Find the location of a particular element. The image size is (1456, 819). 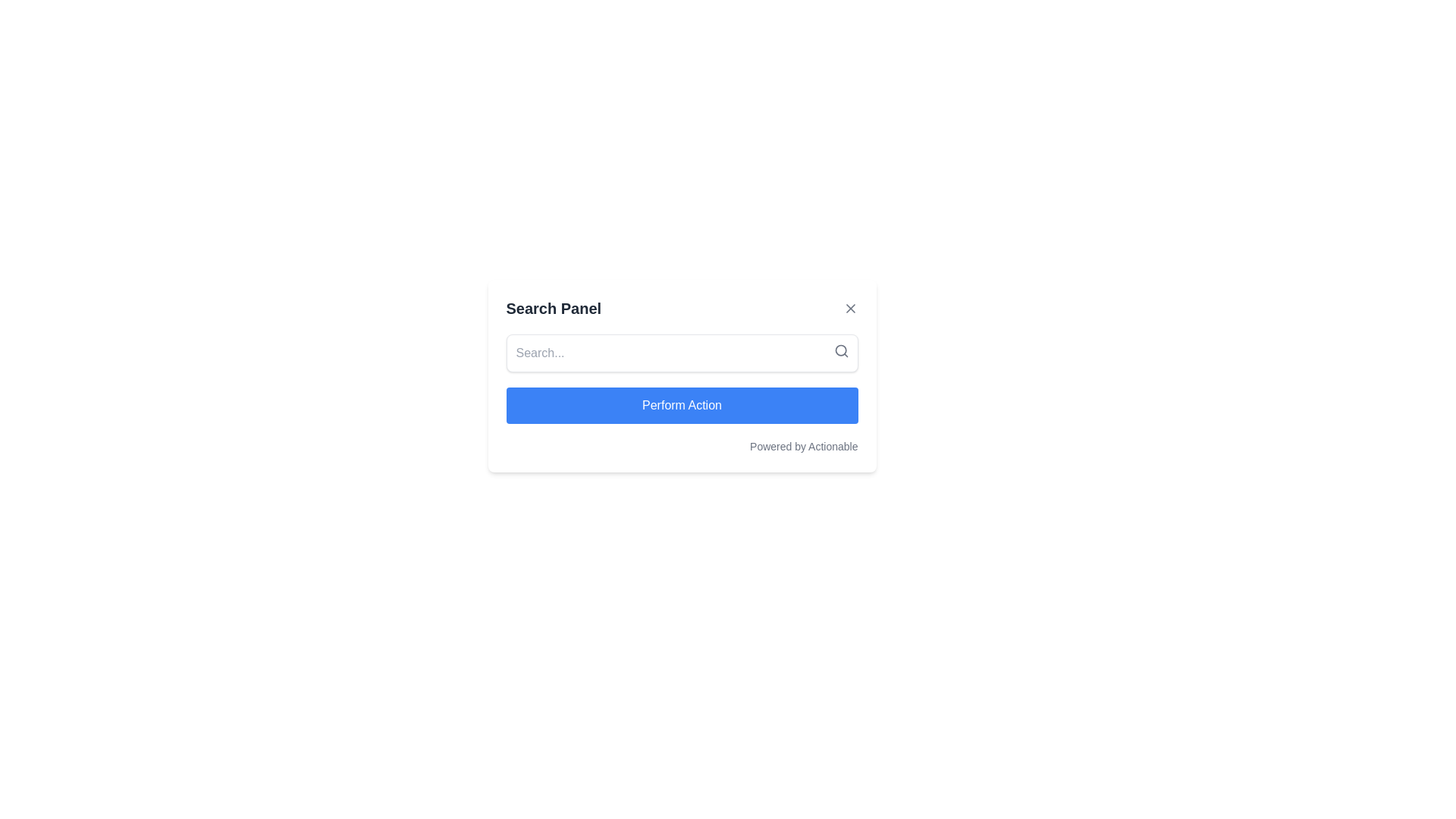

the button in the 'Search Panel' dialog box is located at coordinates (681, 405).